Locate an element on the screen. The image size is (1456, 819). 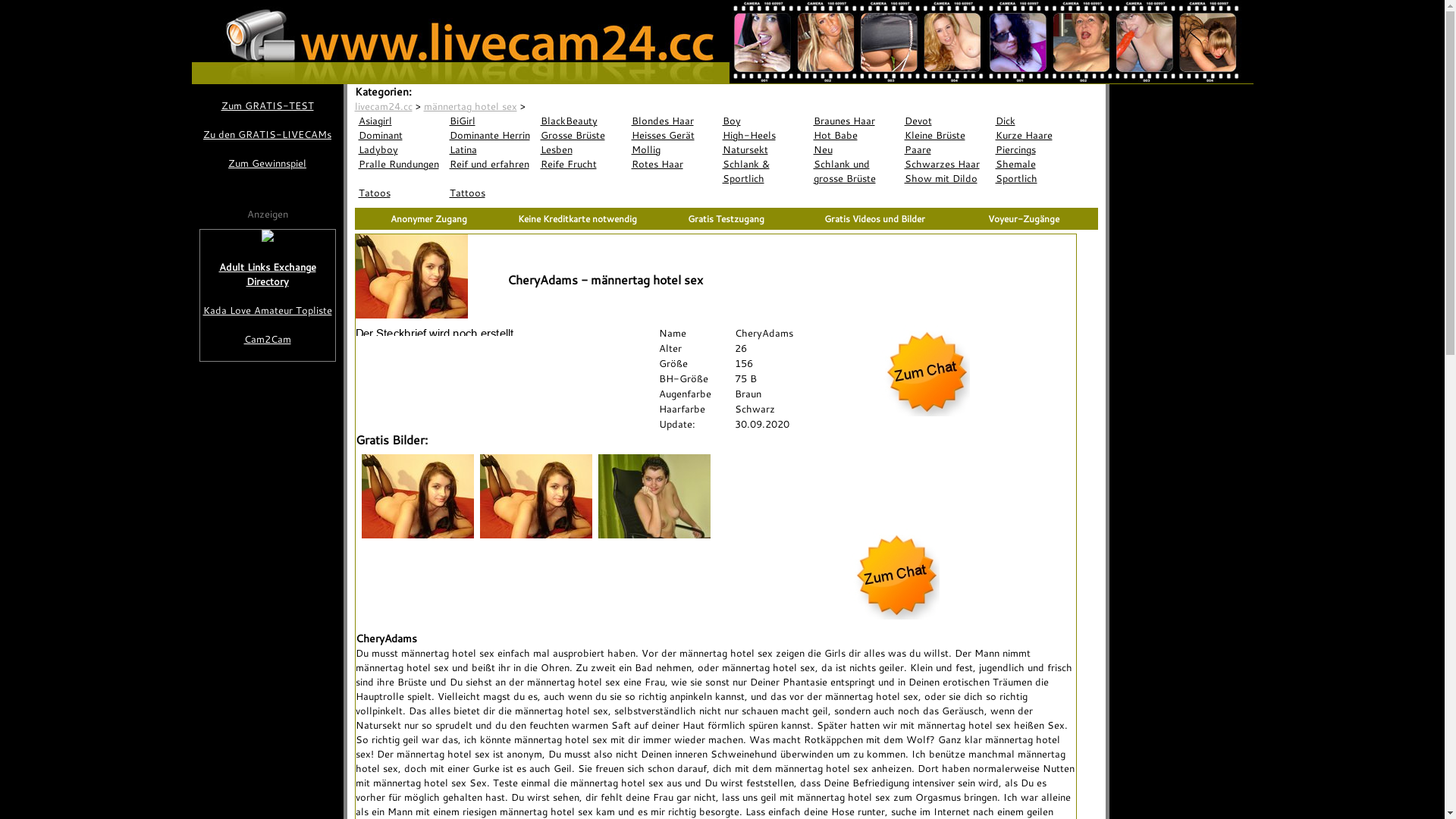
'Reif und erfahren' is located at coordinates (491, 164).